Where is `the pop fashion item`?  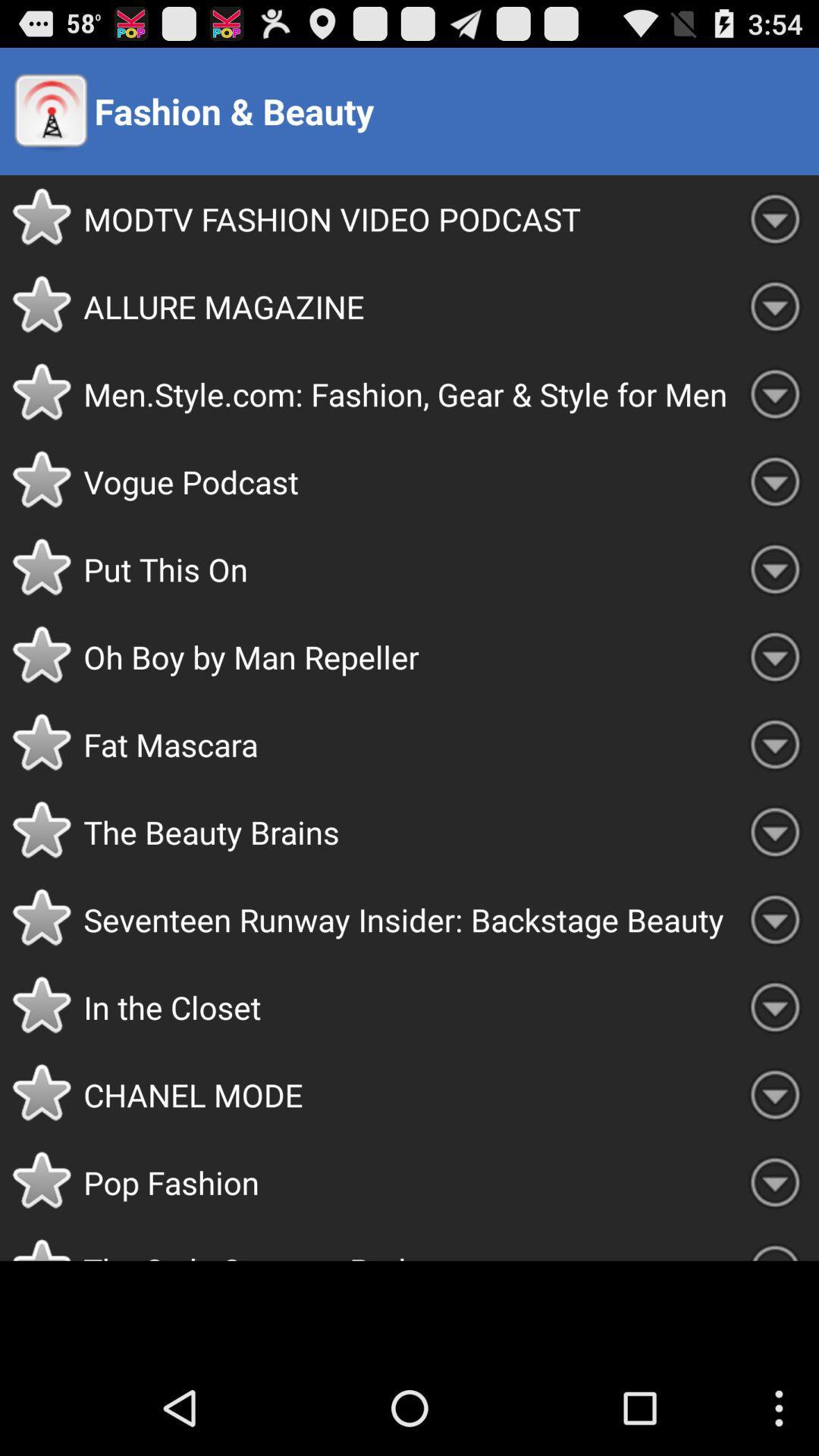 the pop fashion item is located at coordinates (406, 1181).